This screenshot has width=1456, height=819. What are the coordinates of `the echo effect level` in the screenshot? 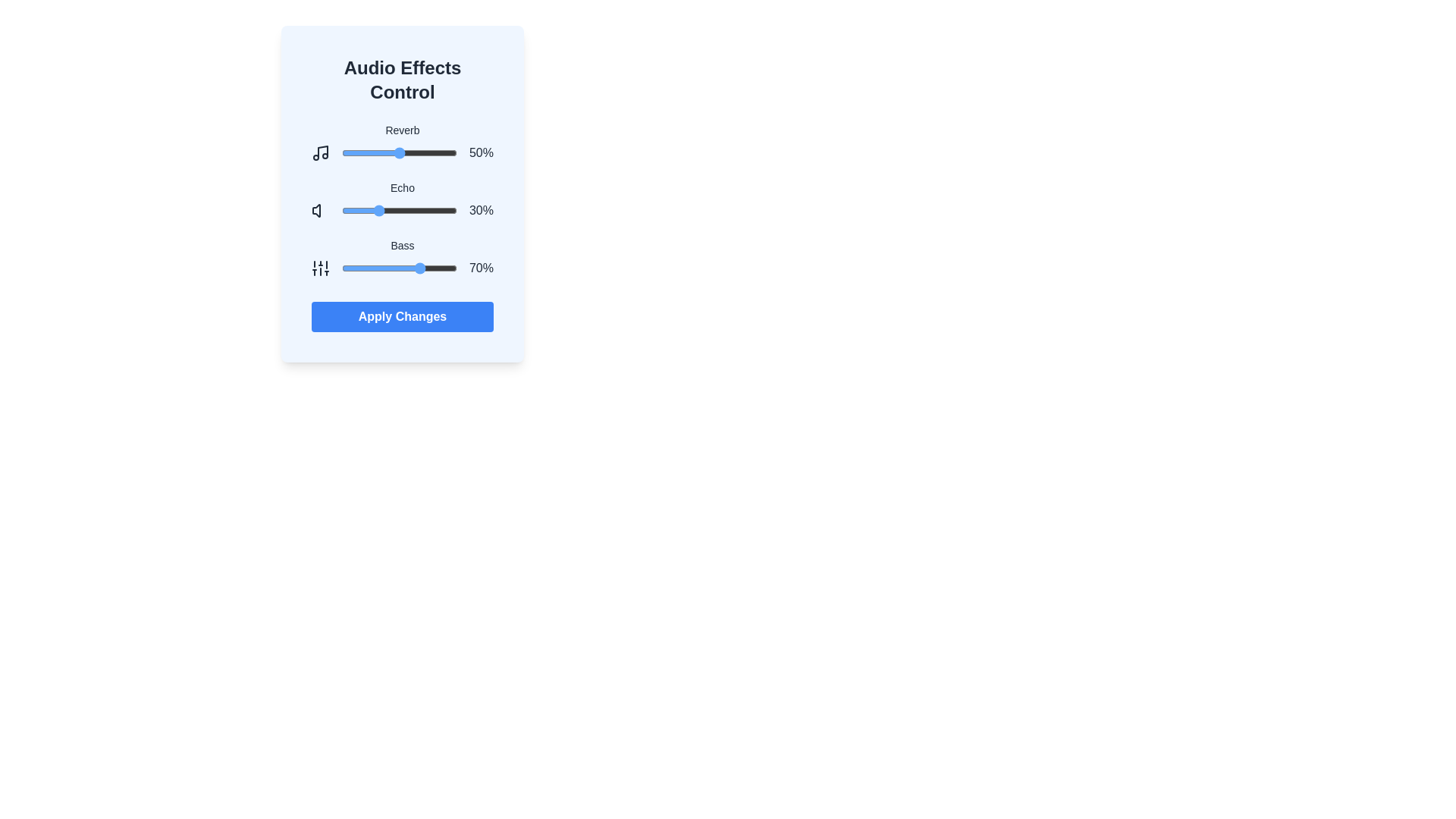 It's located at (366, 210).